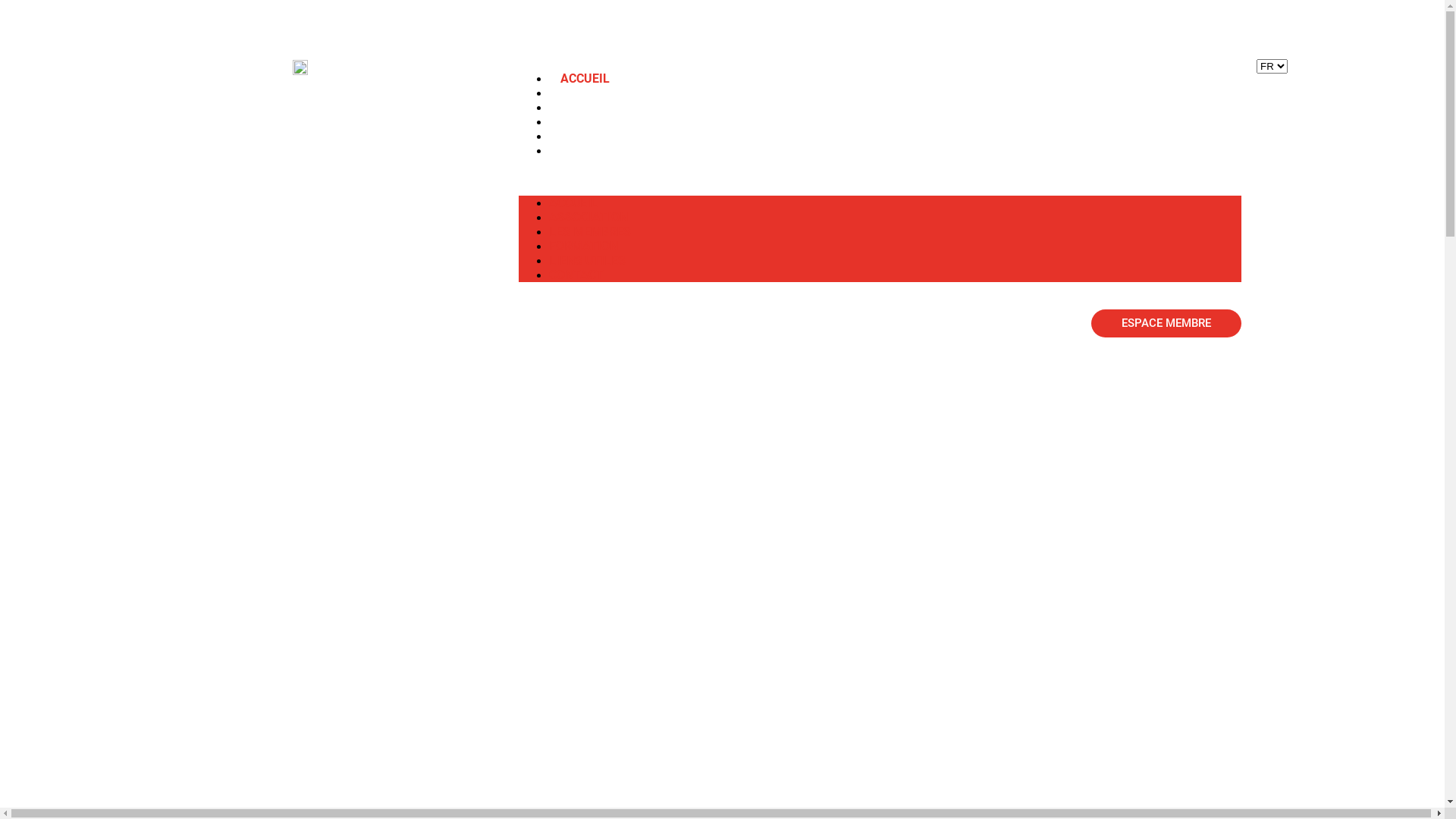  Describe the element at coordinates (575, 275) in the screenshot. I see `'CONTACT'` at that location.